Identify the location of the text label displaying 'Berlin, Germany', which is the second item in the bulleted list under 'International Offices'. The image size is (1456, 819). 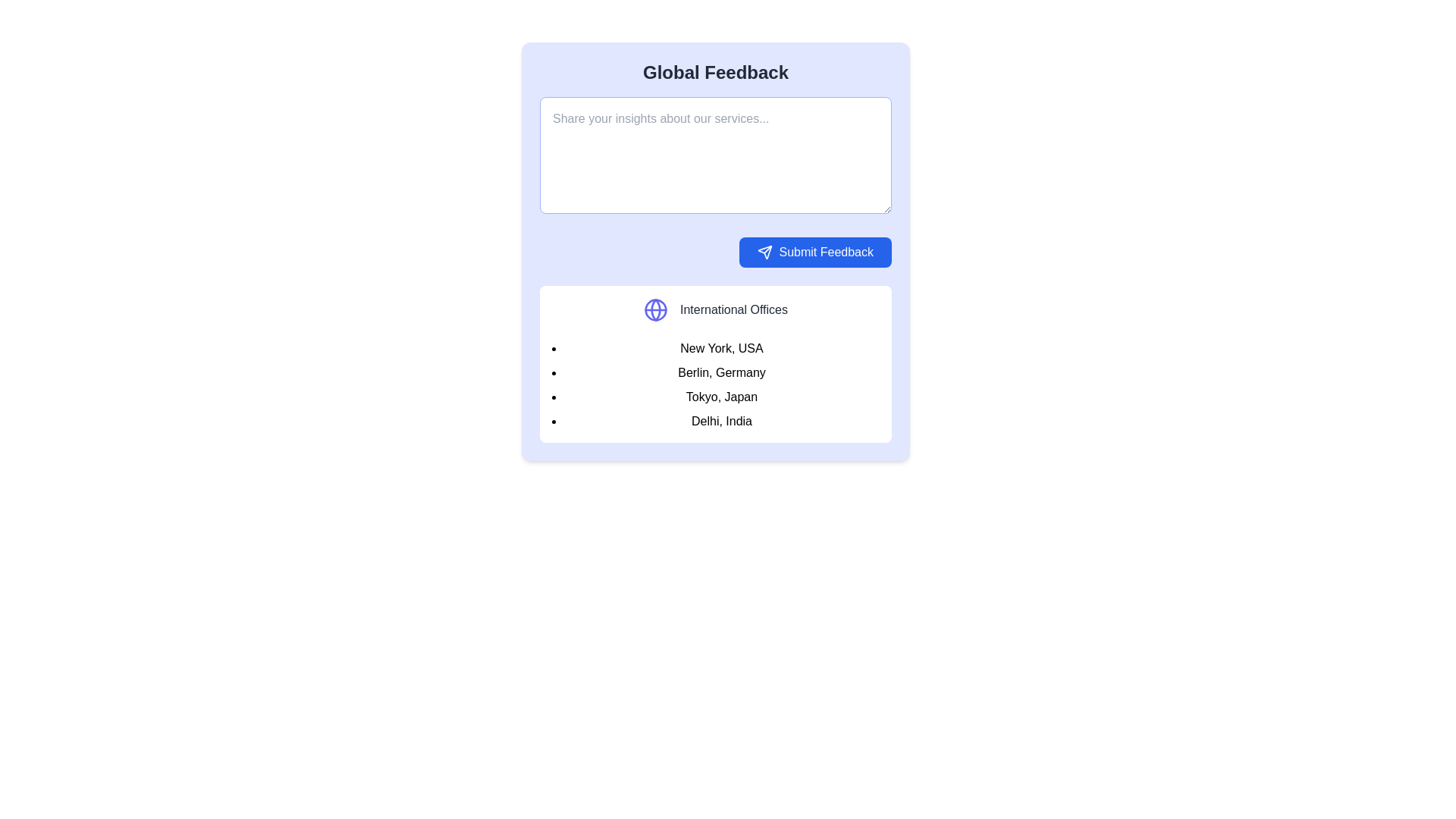
(720, 373).